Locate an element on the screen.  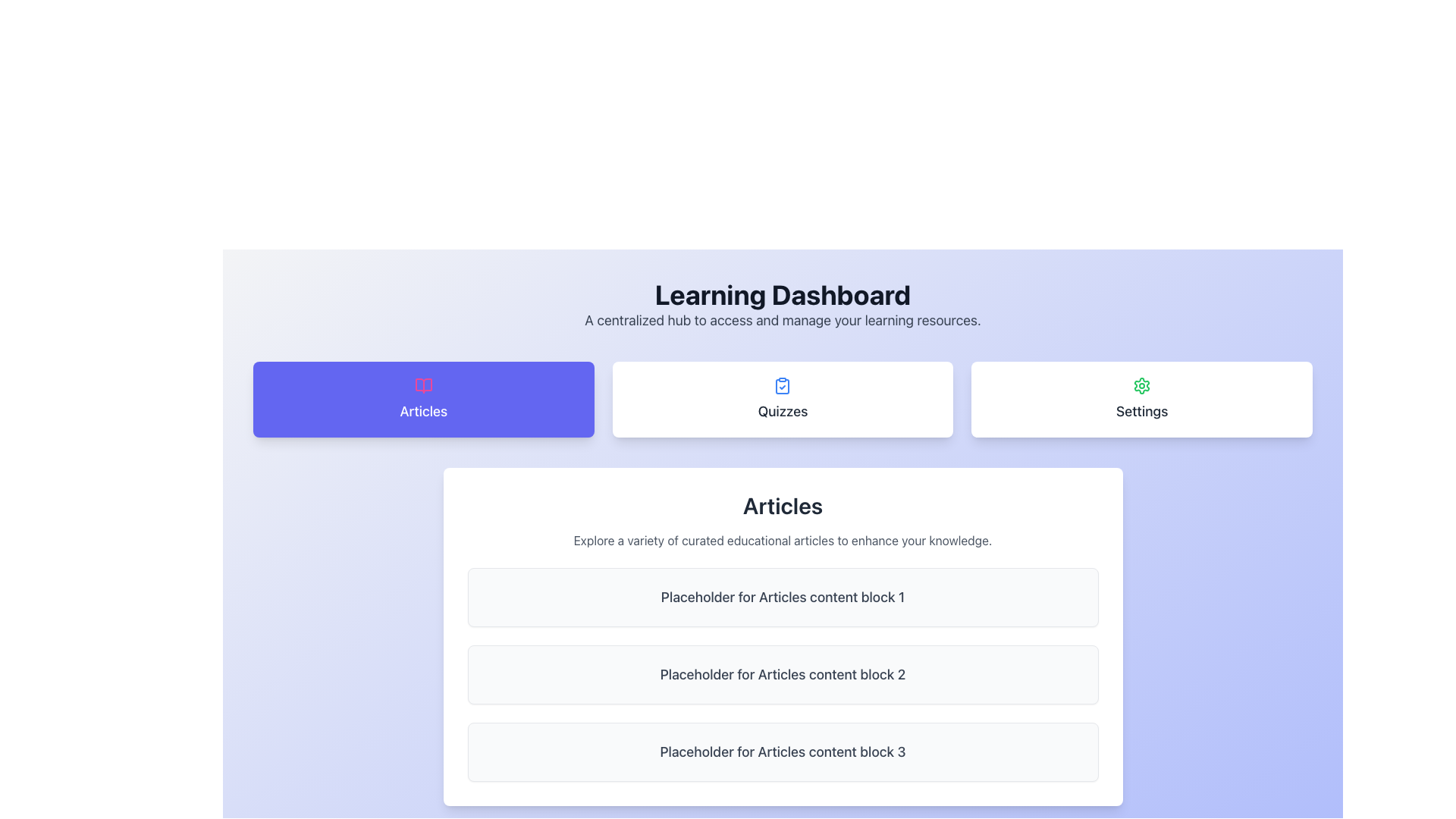
the pink open book icon is located at coordinates (423, 385).